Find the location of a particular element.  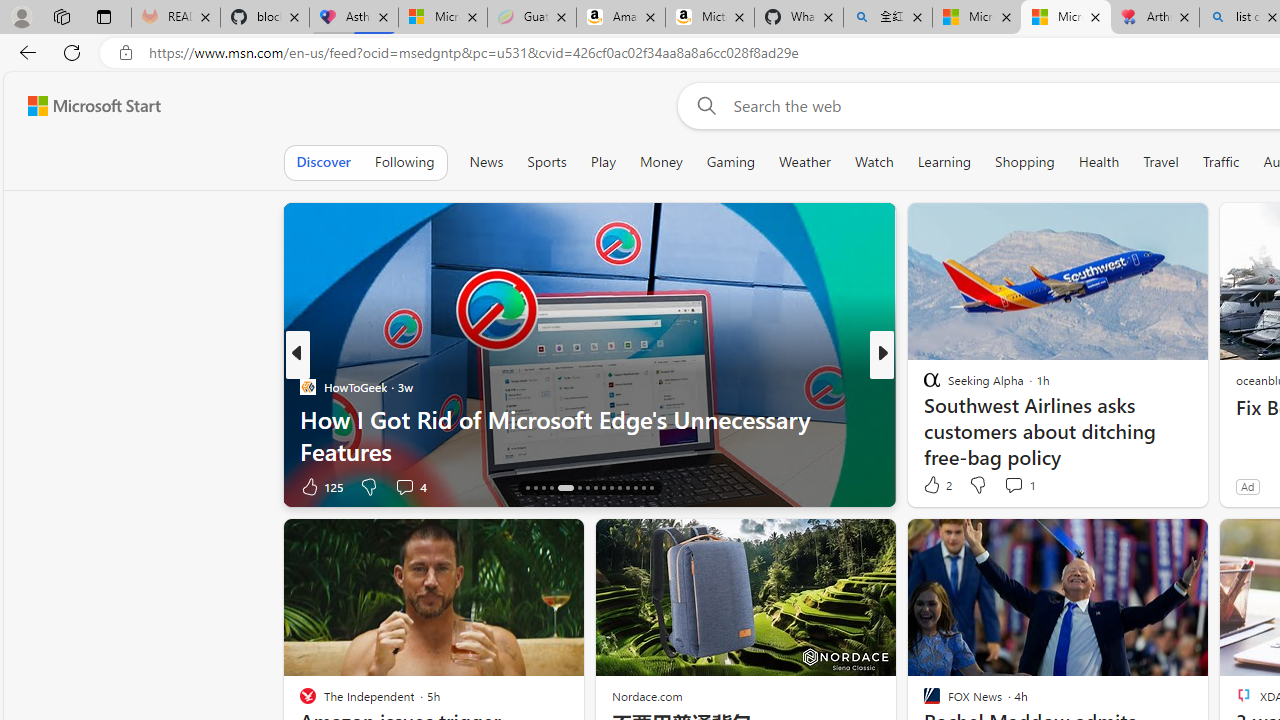

'View comments 25 Comment' is located at coordinates (1014, 486).